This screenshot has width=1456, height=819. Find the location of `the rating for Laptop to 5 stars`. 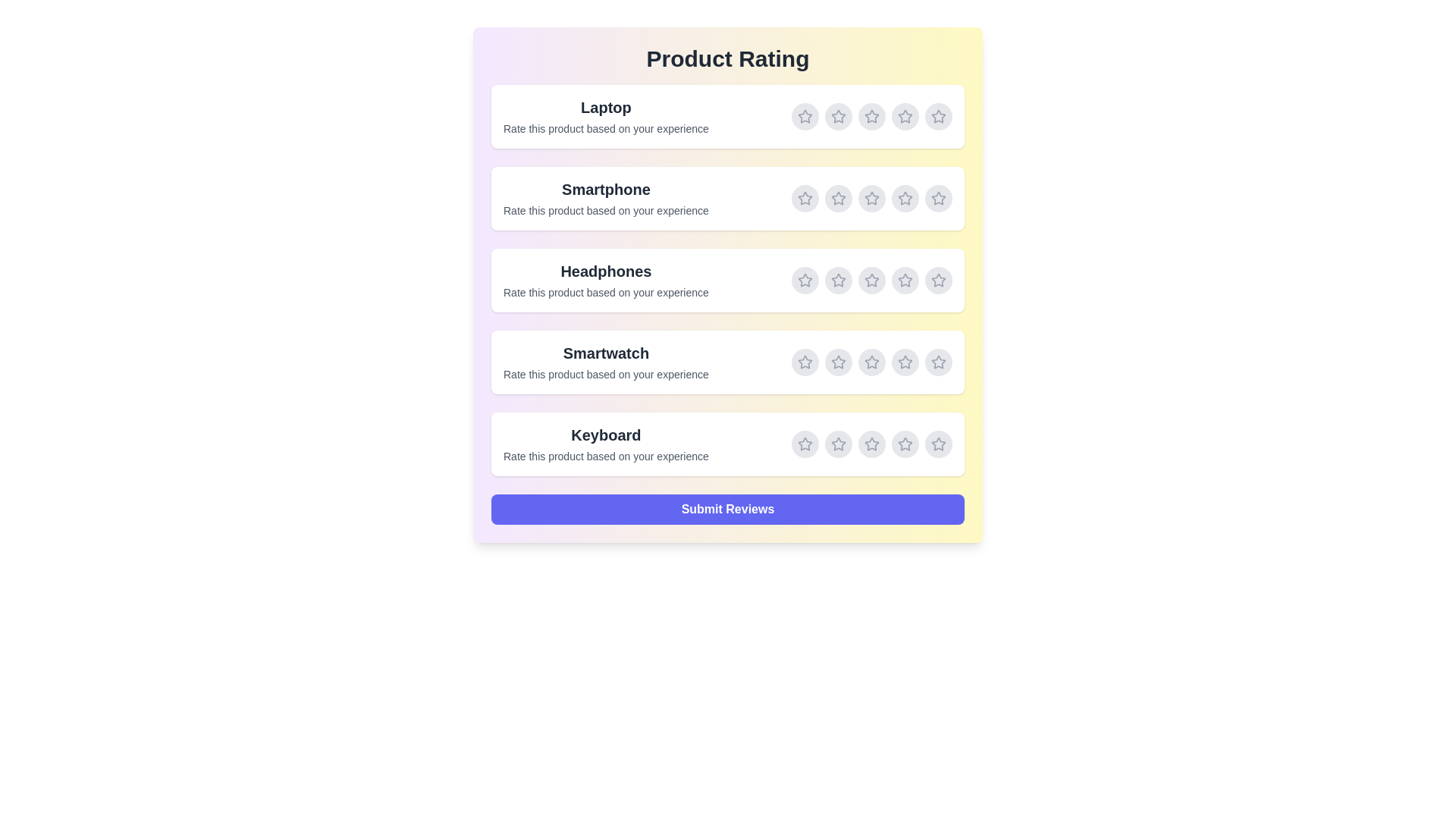

the rating for Laptop to 5 stars is located at coordinates (938, 116).